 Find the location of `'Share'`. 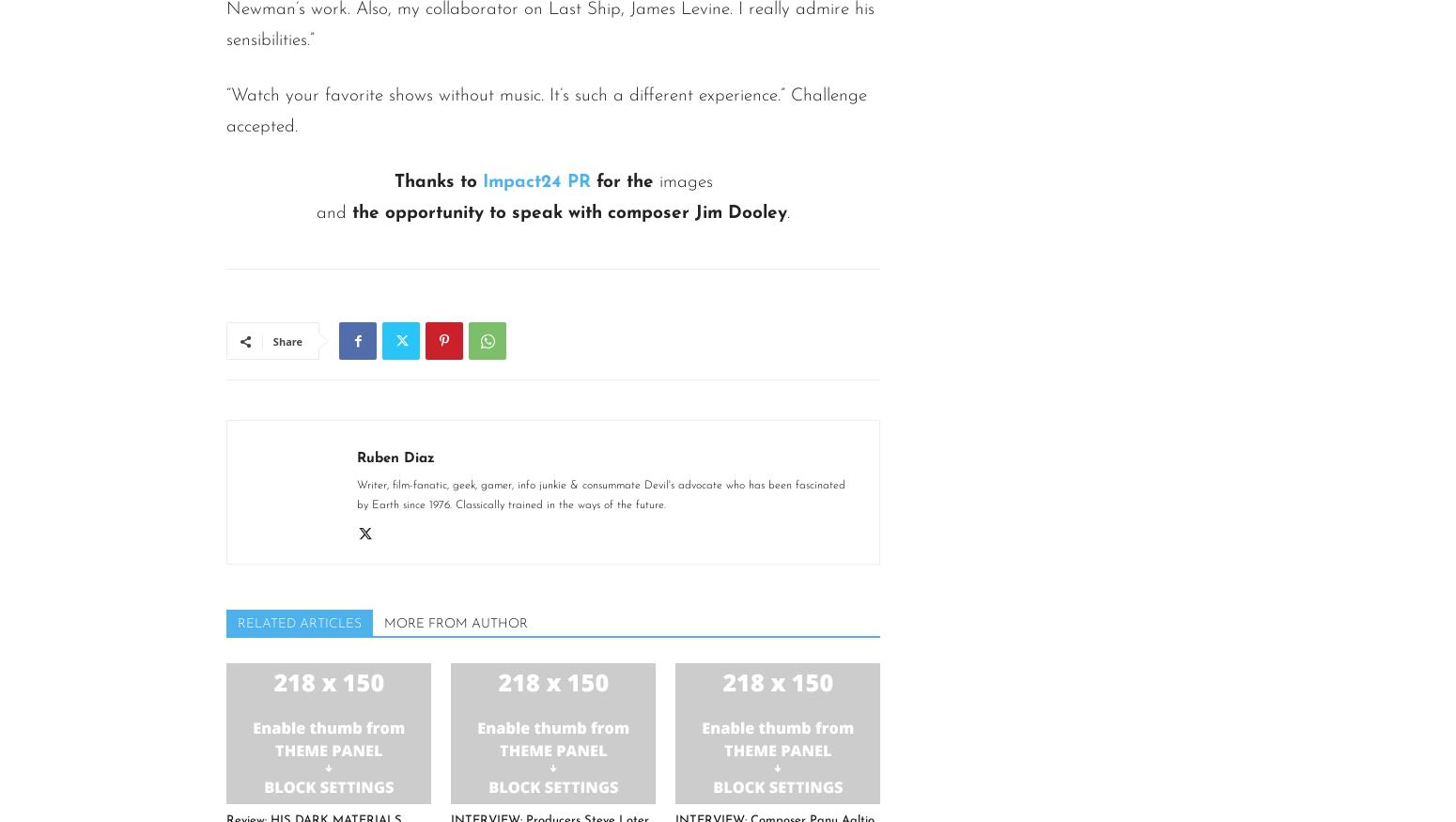

'Share' is located at coordinates (272, 341).